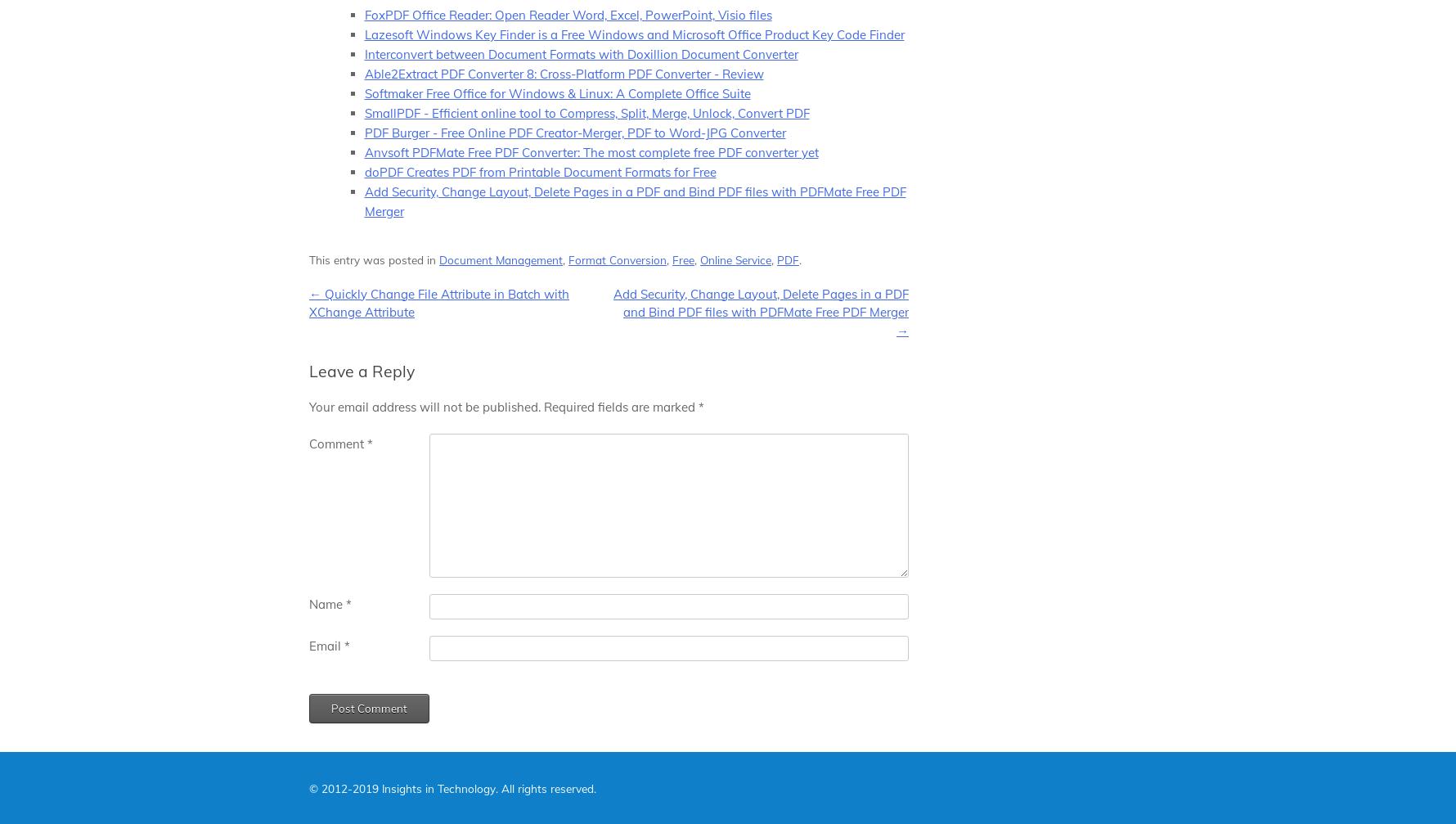 The image size is (1456, 824). Describe the element at coordinates (573, 132) in the screenshot. I see `'PDF Burger - Free Online PDF Creator-Merger, PDF to Word-JPG Converter'` at that location.